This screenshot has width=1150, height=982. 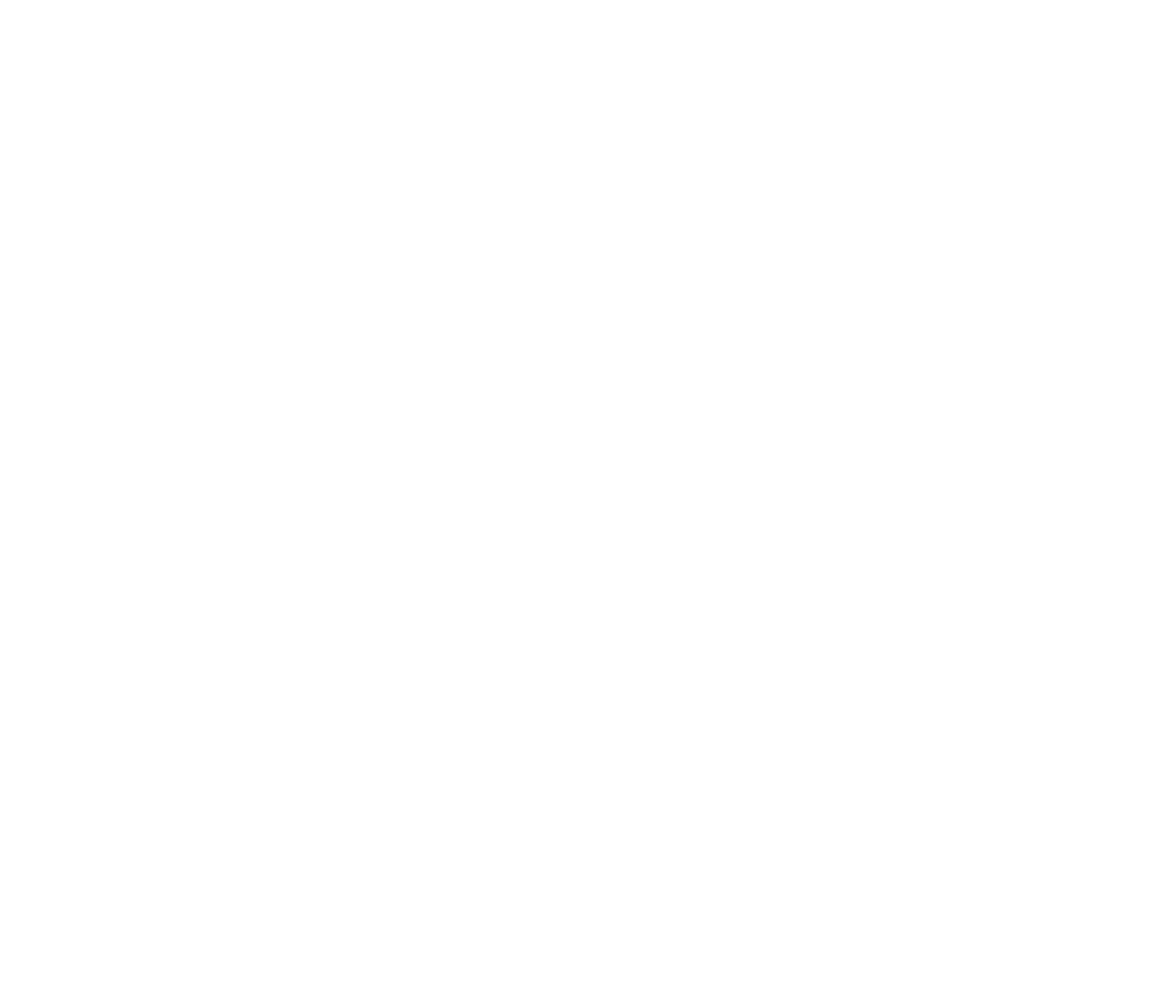 What do you see at coordinates (776, 664) in the screenshot?
I see `'Sleeps 4'` at bounding box center [776, 664].